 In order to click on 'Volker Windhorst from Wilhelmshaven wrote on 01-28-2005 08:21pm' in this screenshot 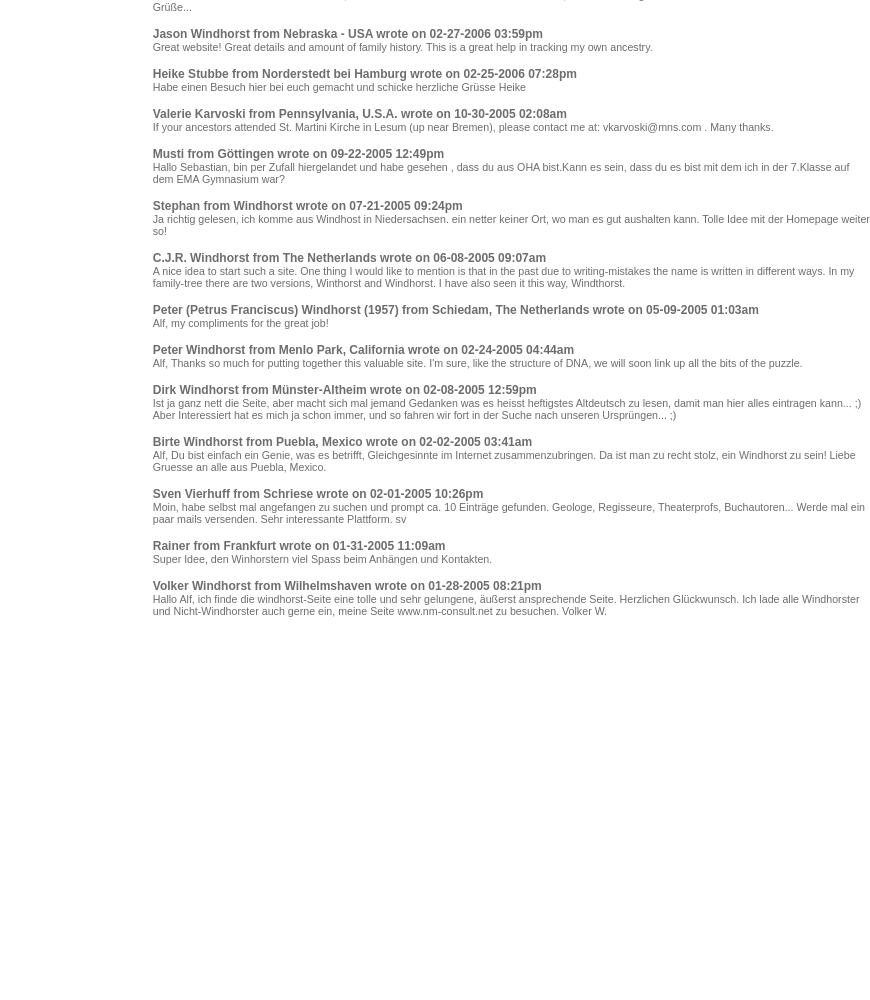, I will do `click(346, 585)`.